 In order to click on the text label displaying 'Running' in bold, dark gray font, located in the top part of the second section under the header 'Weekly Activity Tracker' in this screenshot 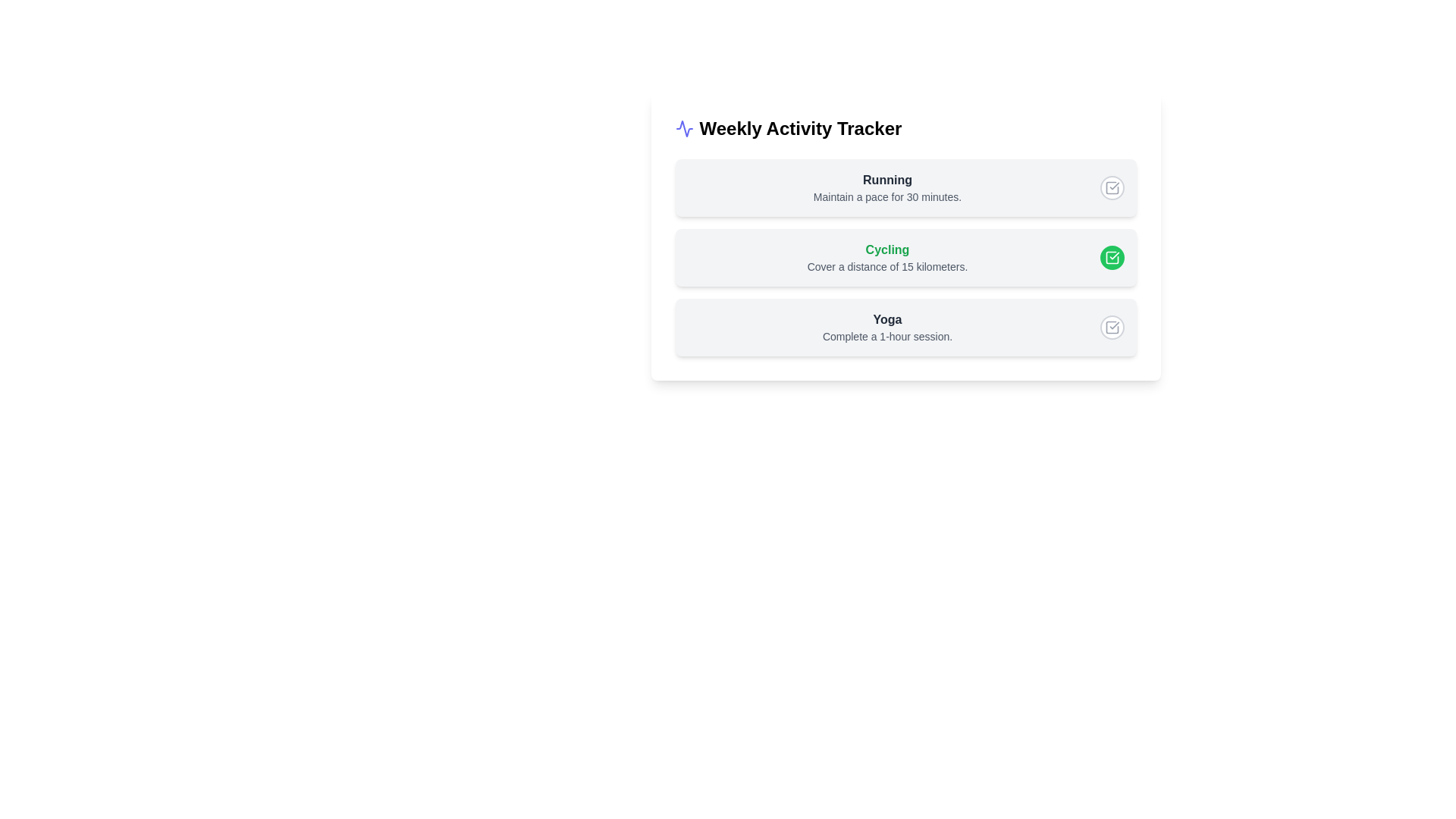, I will do `click(887, 180)`.